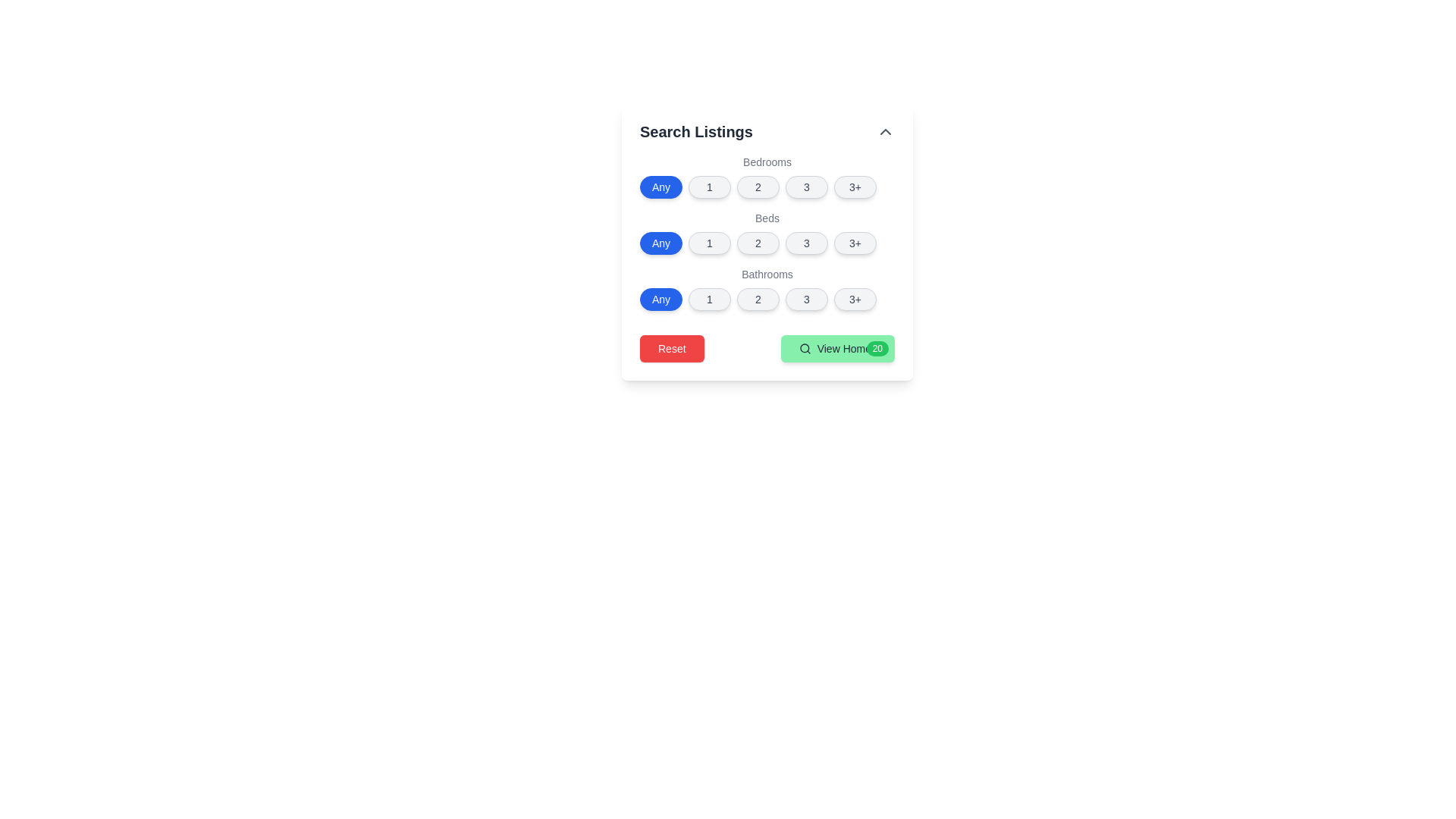  Describe the element at coordinates (803, 348) in the screenshot. I see `the circular Decorative SVG element that is part of the search icon, located within the magnifying glass graphic to the left of the 'View Home' button` at that location.